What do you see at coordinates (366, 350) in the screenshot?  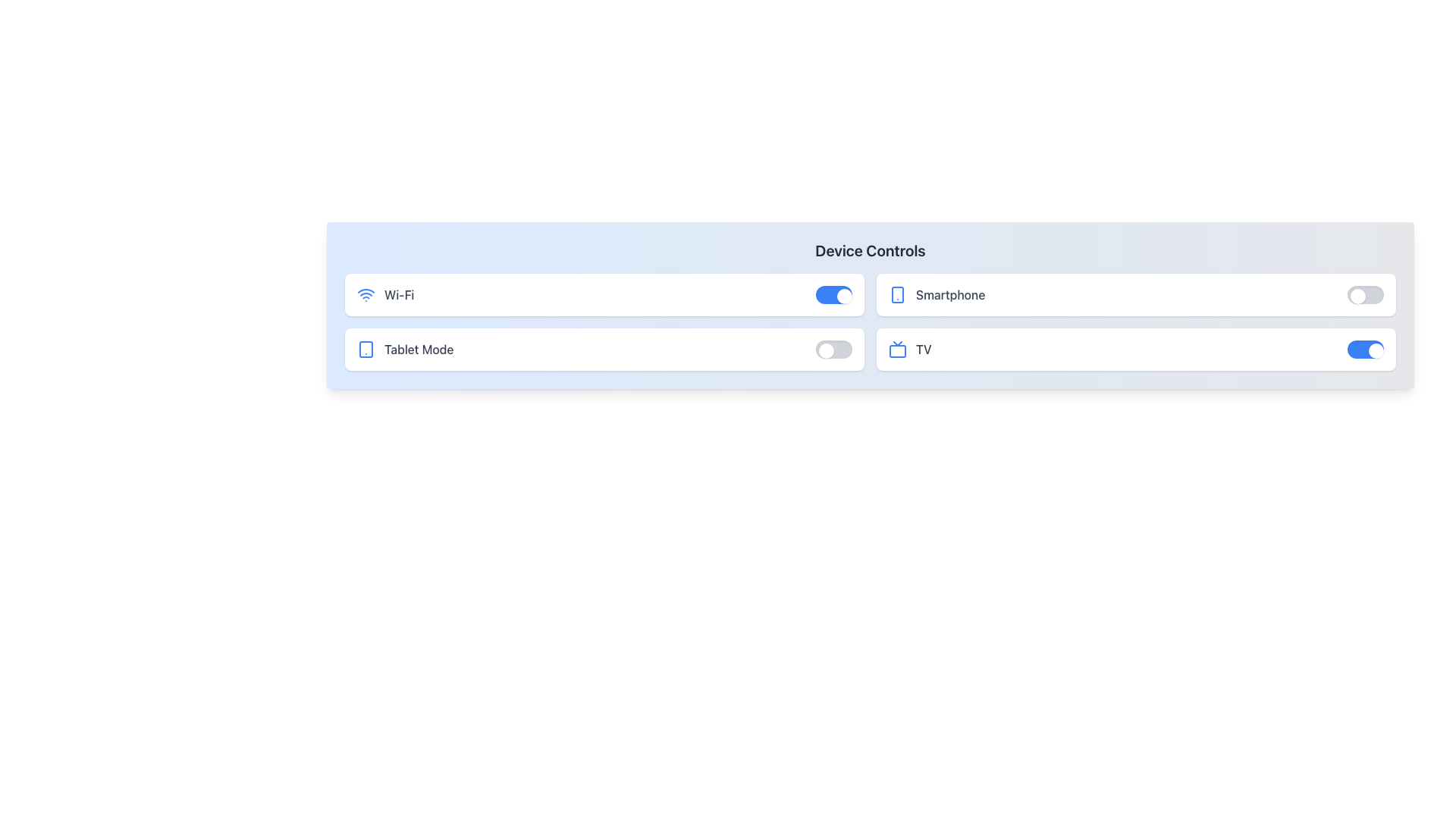 I see `the decorative graphic element of the tablet icon located on the left side of the second row in the Device Controls panel` at bounding box center [366, 350].